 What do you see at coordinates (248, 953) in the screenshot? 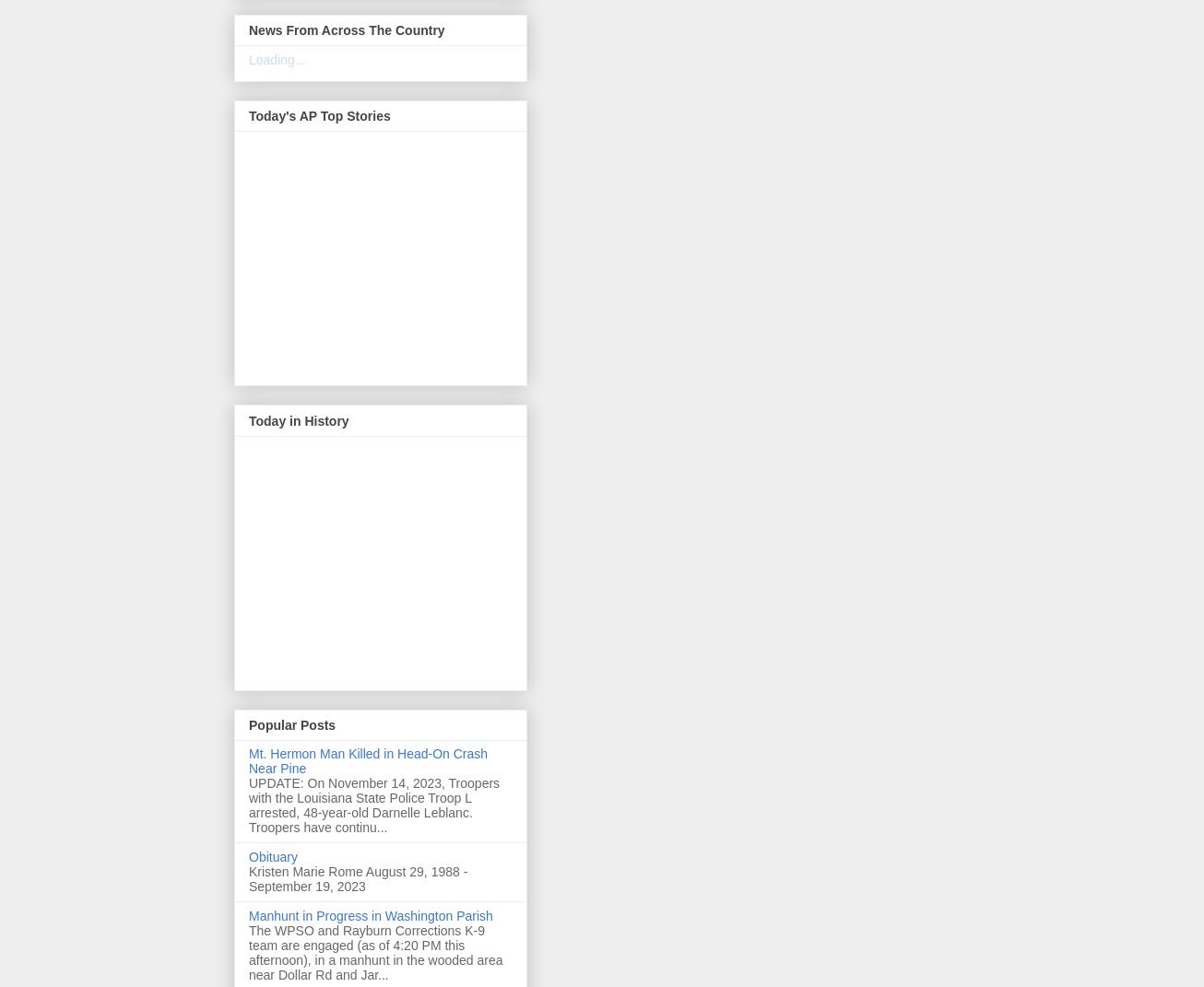
I see `'The WPSO and Rayburn Corrections K-9 team are engaged (as of 4:20 PM this afternoon), in a manhunt in the wooded area near Dollar Rd and Jar...'` at bounding box center [248, 953].